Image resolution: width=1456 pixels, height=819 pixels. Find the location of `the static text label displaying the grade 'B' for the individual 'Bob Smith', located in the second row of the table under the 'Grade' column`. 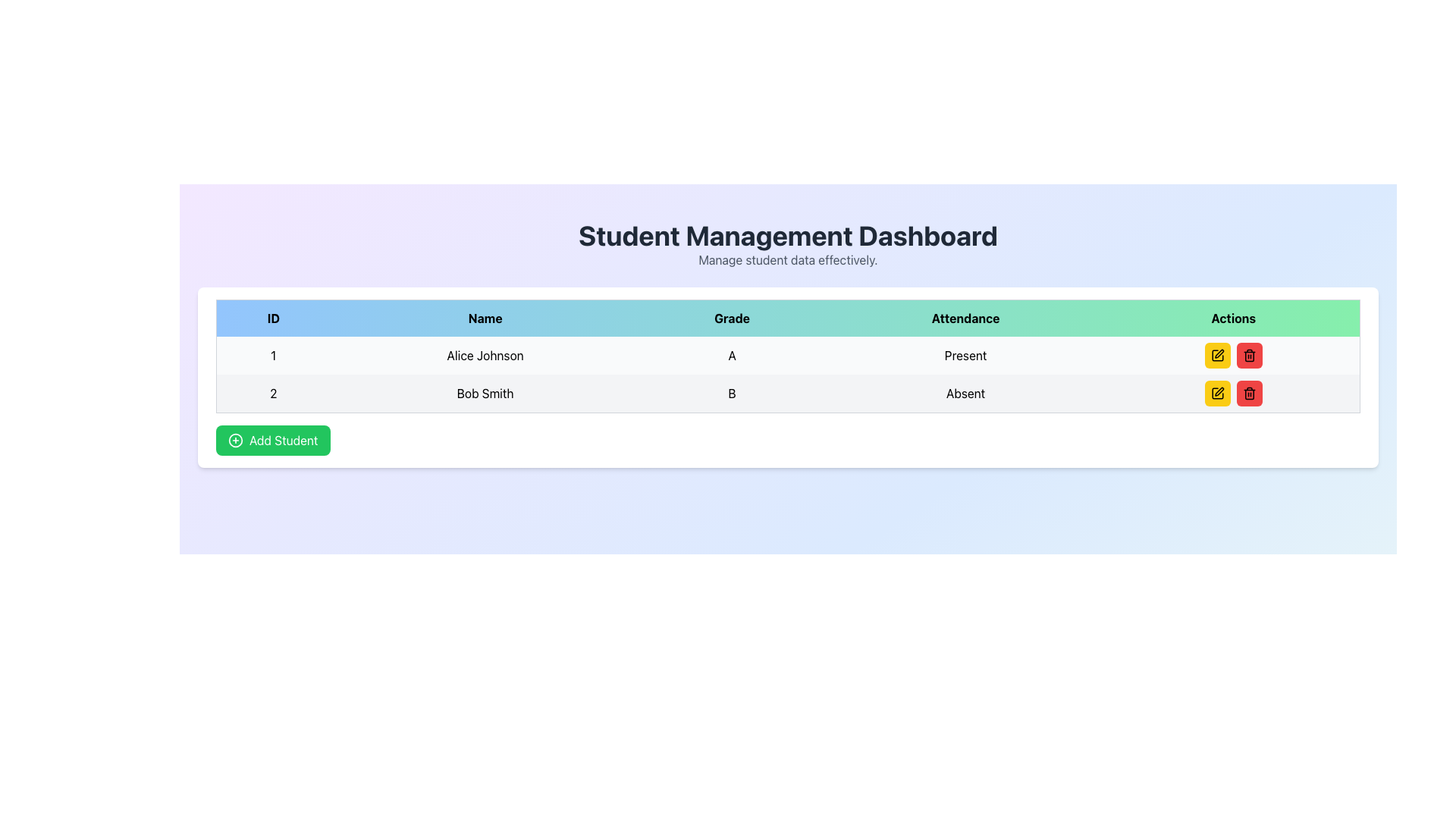

the static text label displaying the grade 'B' for the individual 'Bob Smith', located in the second row of the table under the 'Grade' column is located at coordinates (732, 393).